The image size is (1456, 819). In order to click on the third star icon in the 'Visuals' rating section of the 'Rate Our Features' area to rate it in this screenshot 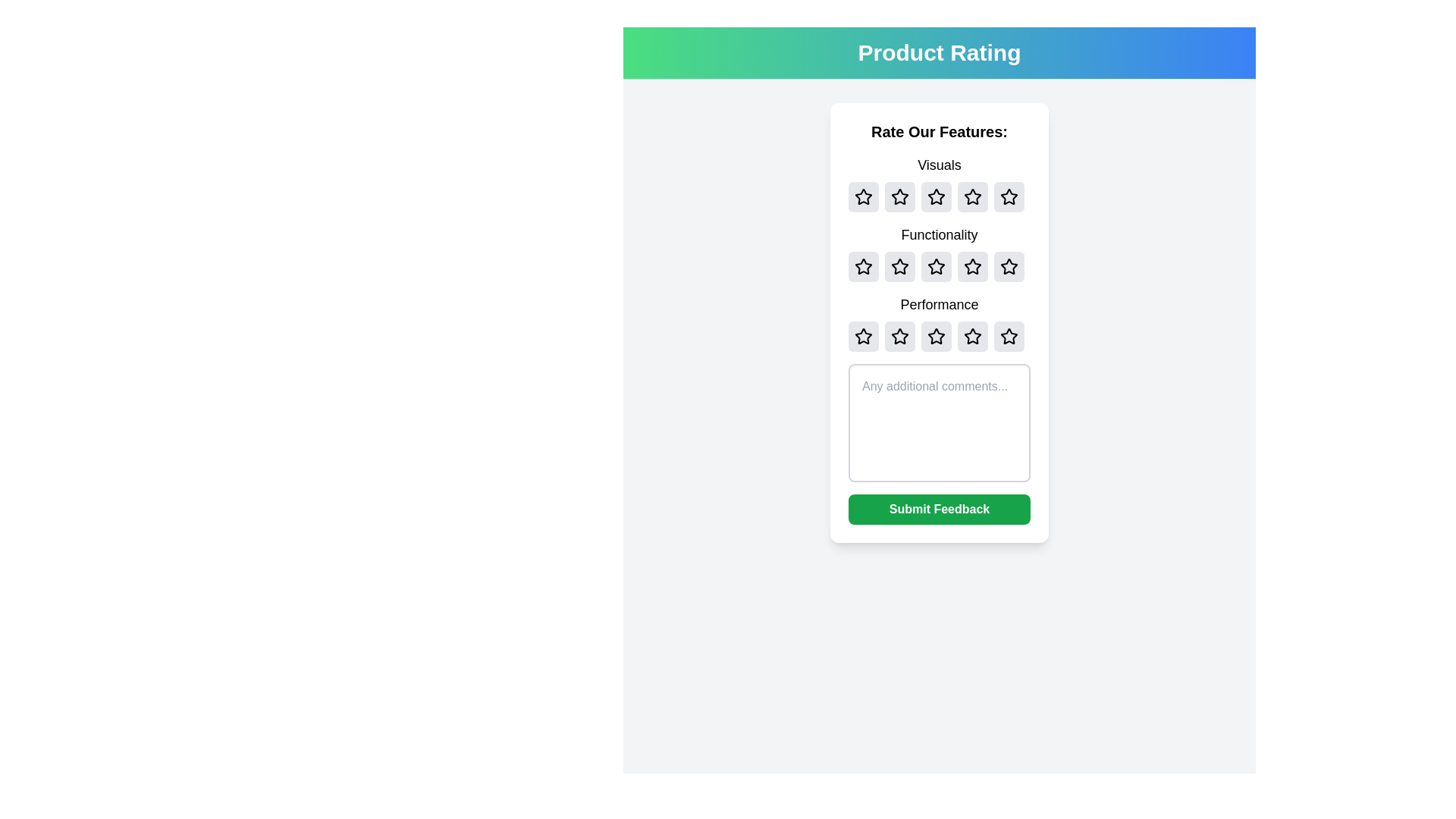, I will do `click(938, 196)`.